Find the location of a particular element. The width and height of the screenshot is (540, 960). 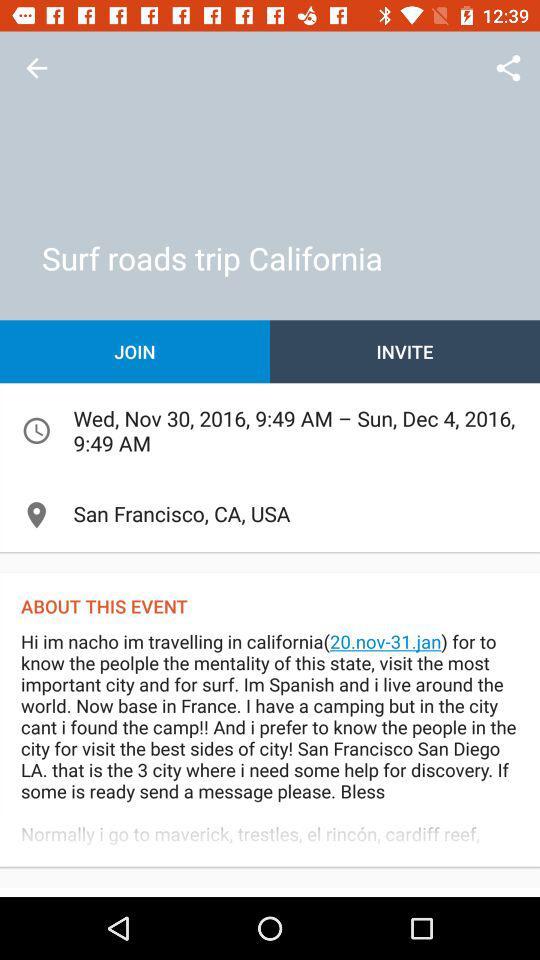

item at the top left corner is located at coordinates (36, 68).